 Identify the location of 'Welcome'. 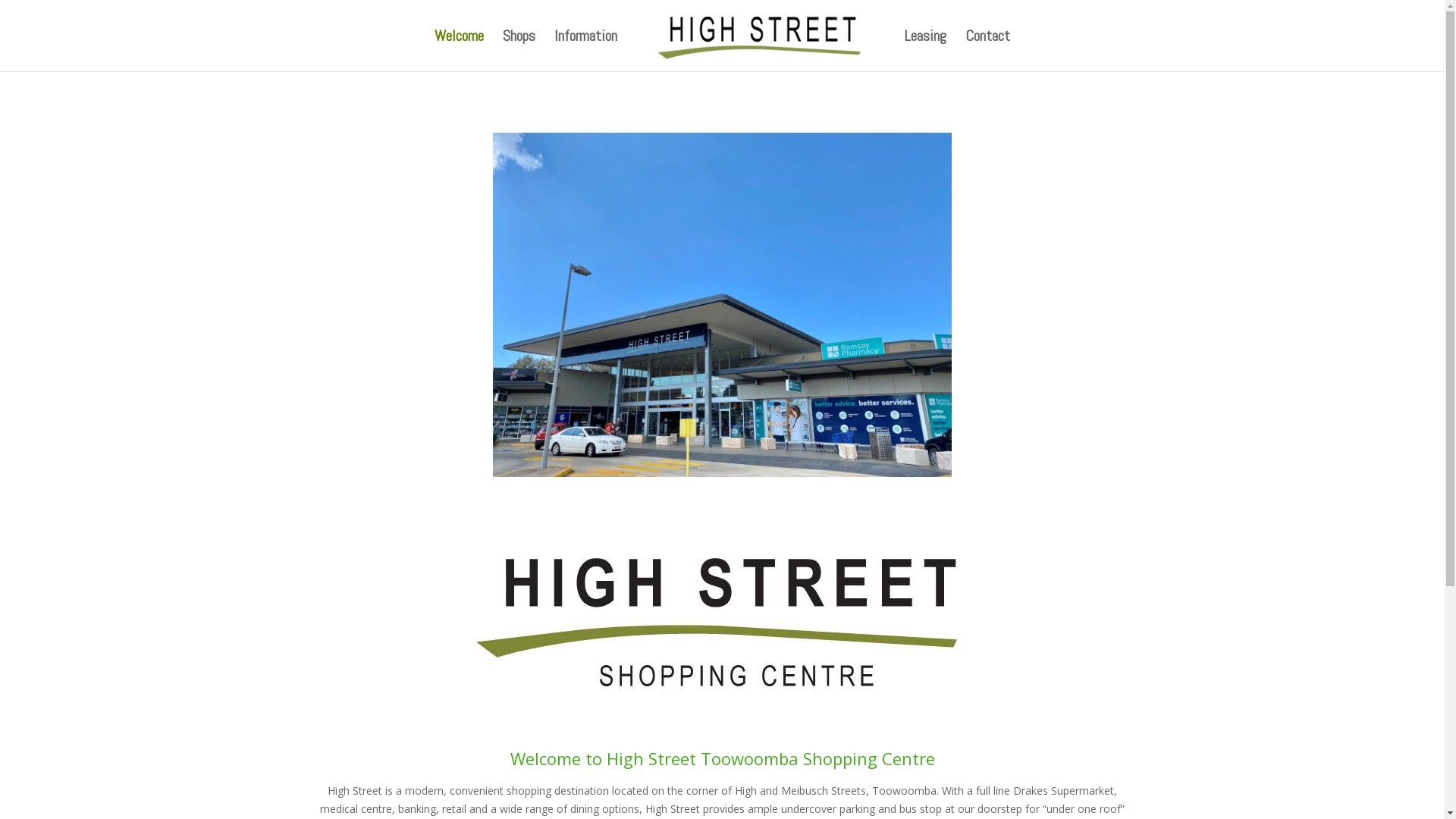
(458, 49).